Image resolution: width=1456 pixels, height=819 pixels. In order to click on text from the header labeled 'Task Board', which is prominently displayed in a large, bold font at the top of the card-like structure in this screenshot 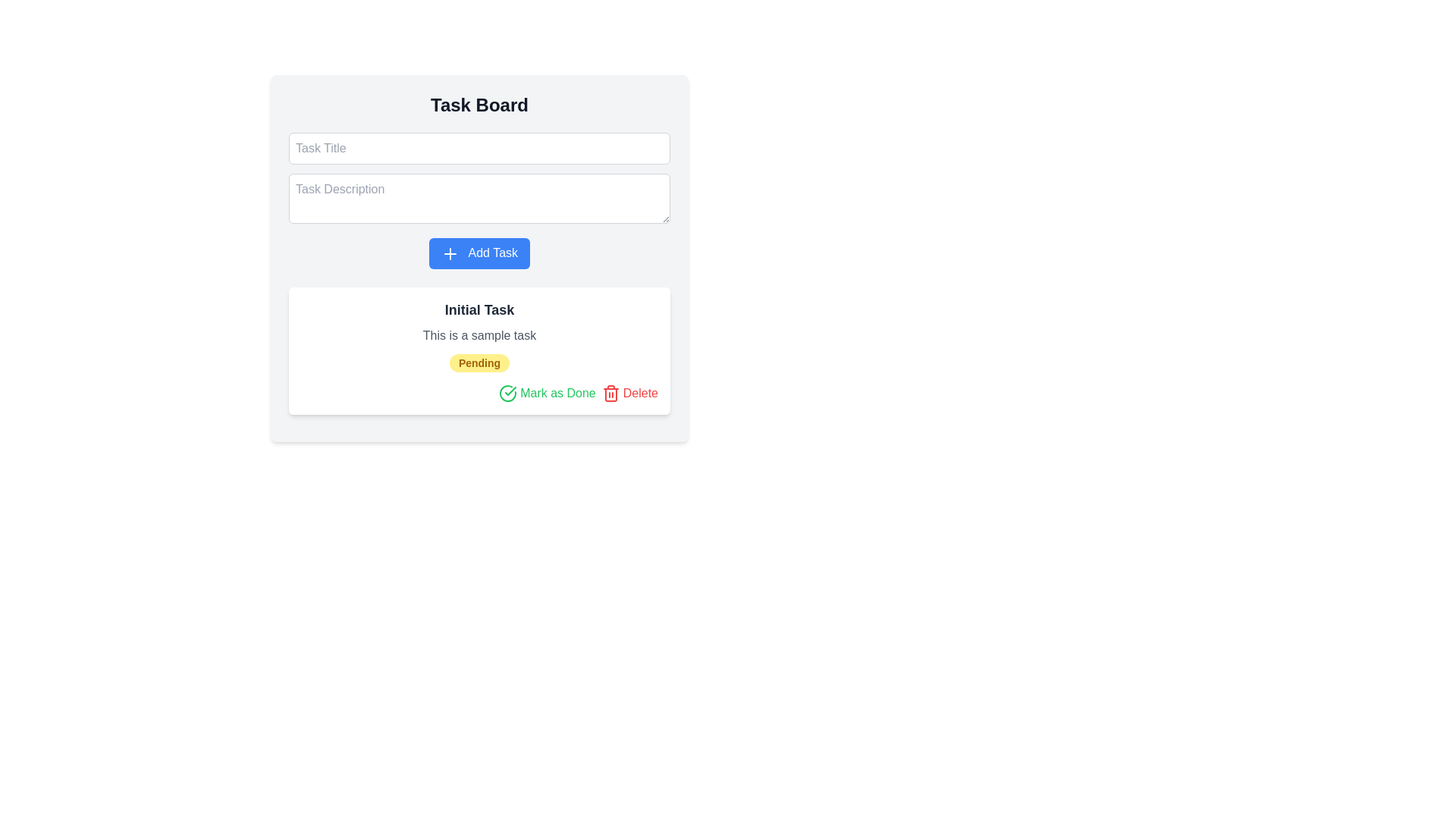, I will do `click(479, 104)`.